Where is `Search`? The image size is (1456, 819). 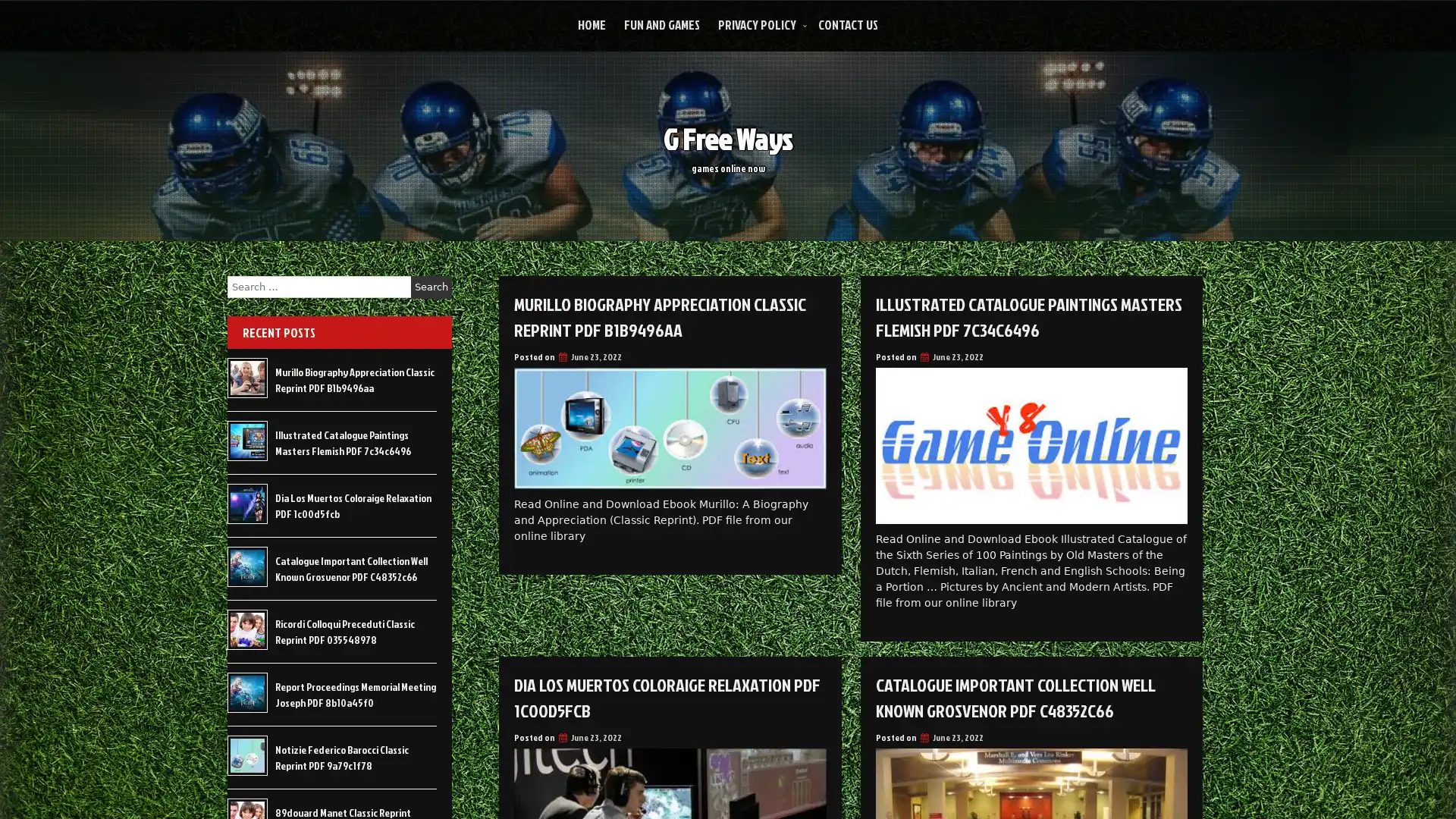 Search is located at coordinates (431, 287).